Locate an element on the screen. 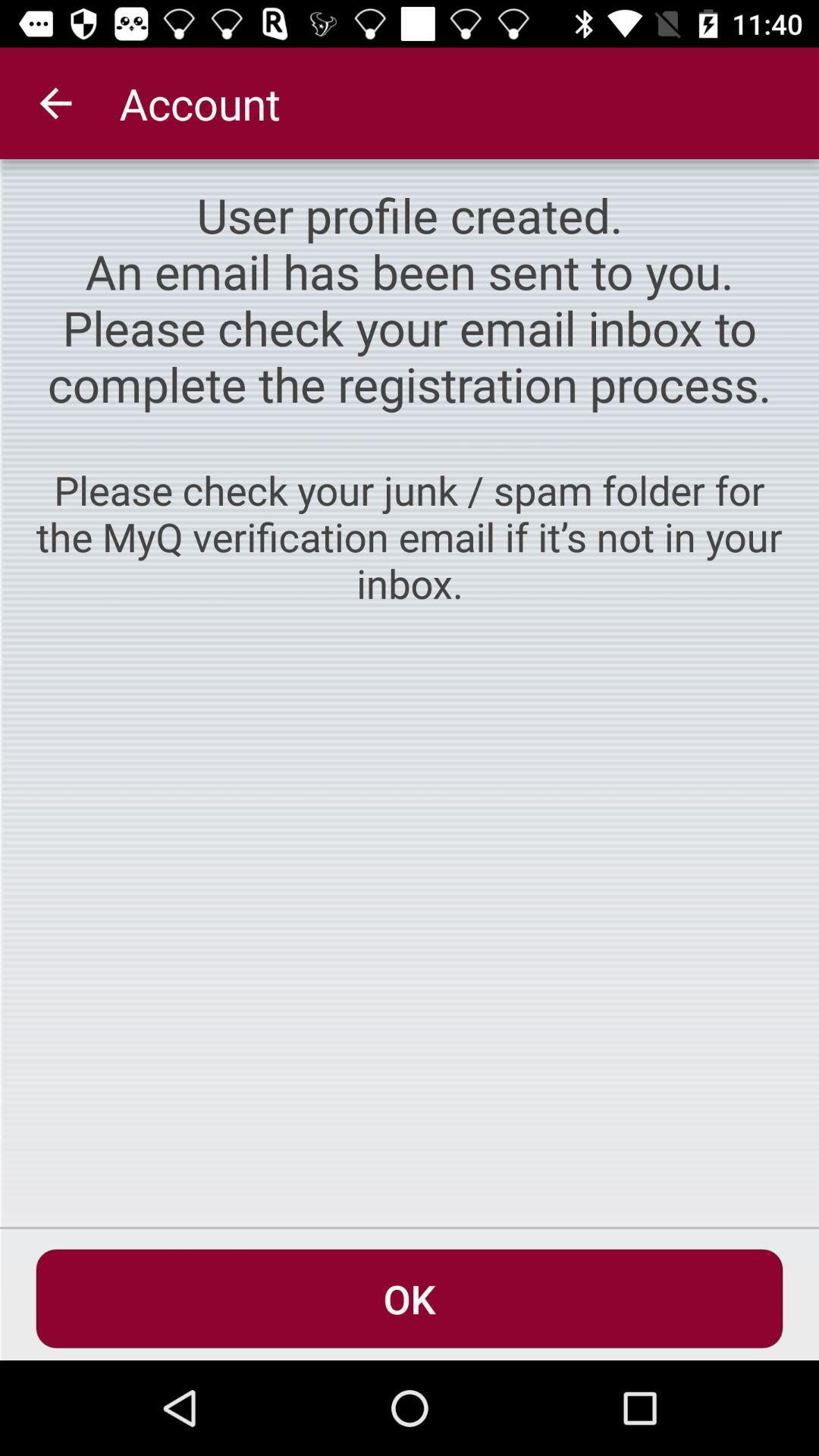 This screenshot has height=1456, width=819. the icon next to the account item is located at coordinates (55, 102).